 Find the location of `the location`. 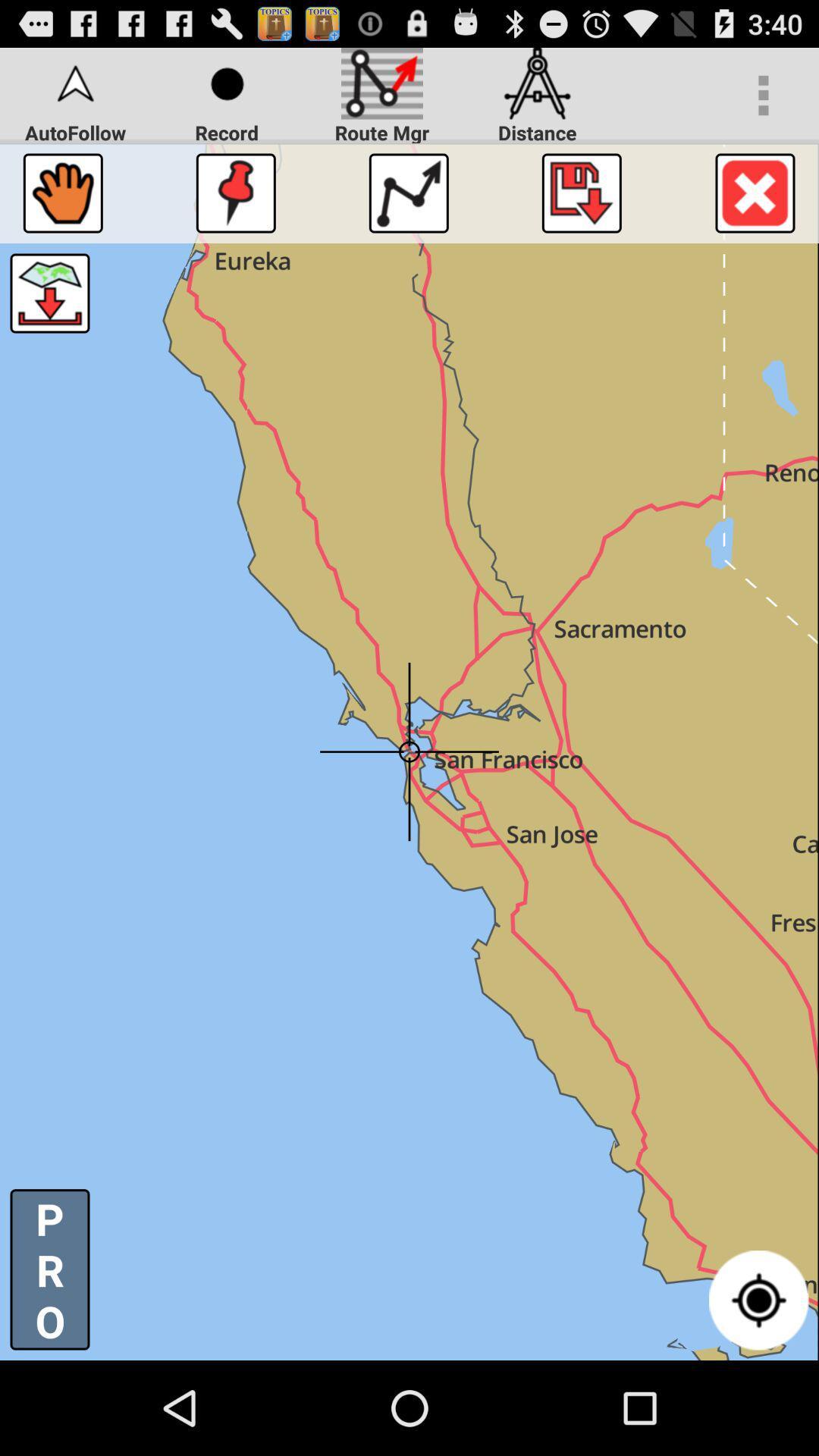

the location is located at coordinates (581, 192).